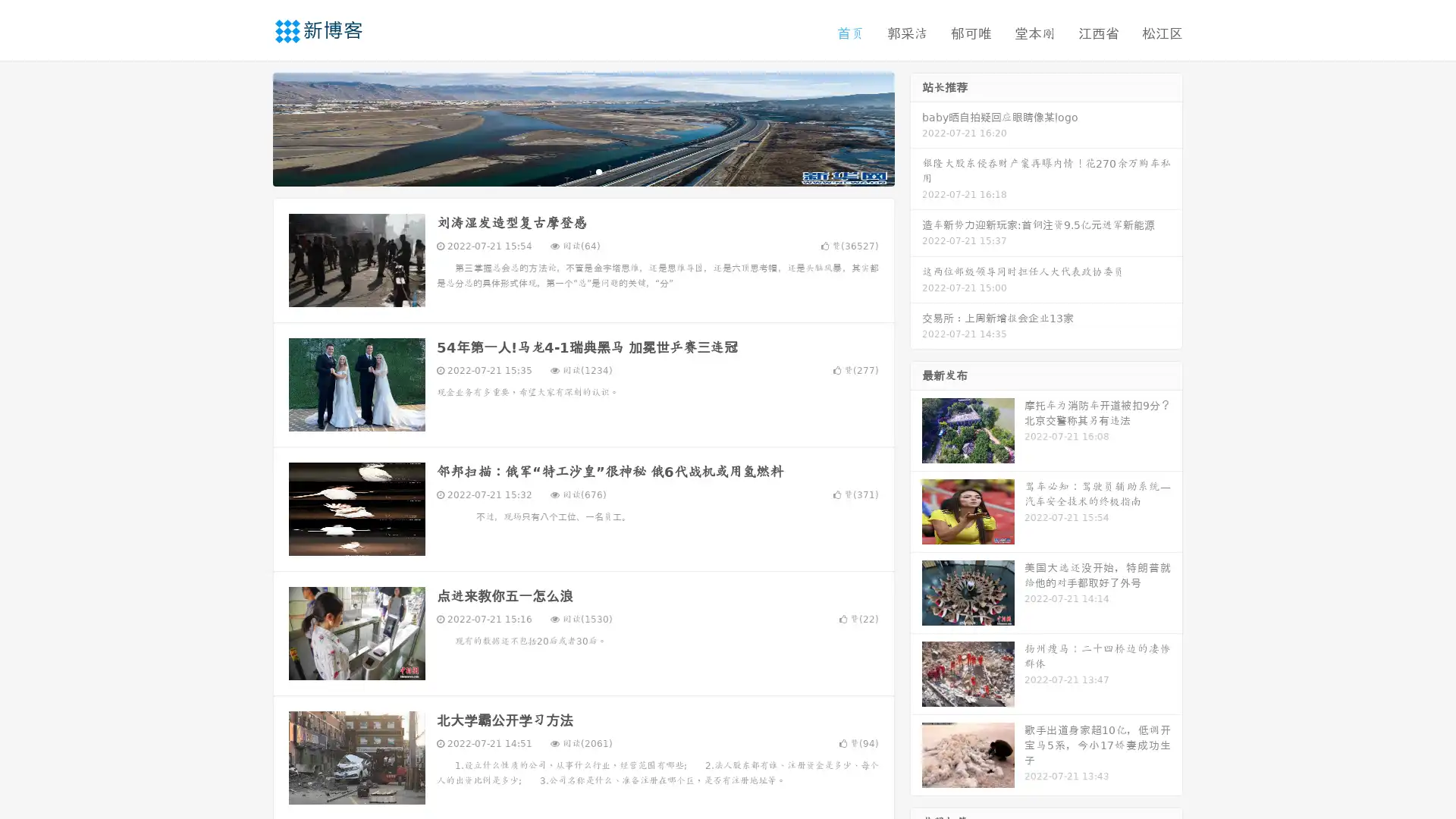  What do you see at coordinates (598, 171) in the screenshot?
I see `Go to slide 3` at bounding box center [598, 171].